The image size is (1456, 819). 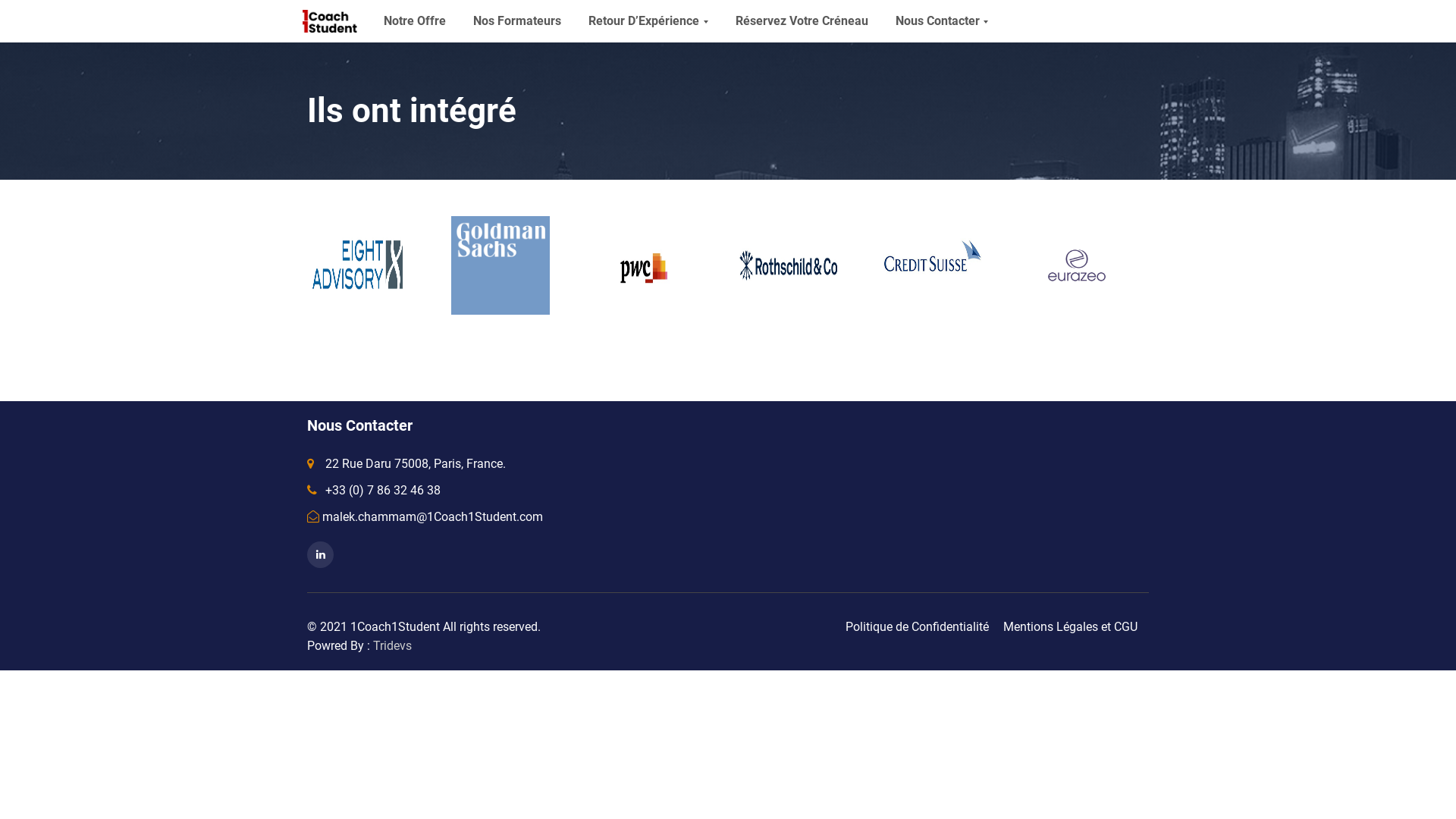 I want to click on 'Rothschild', so click(x=789, y=265).